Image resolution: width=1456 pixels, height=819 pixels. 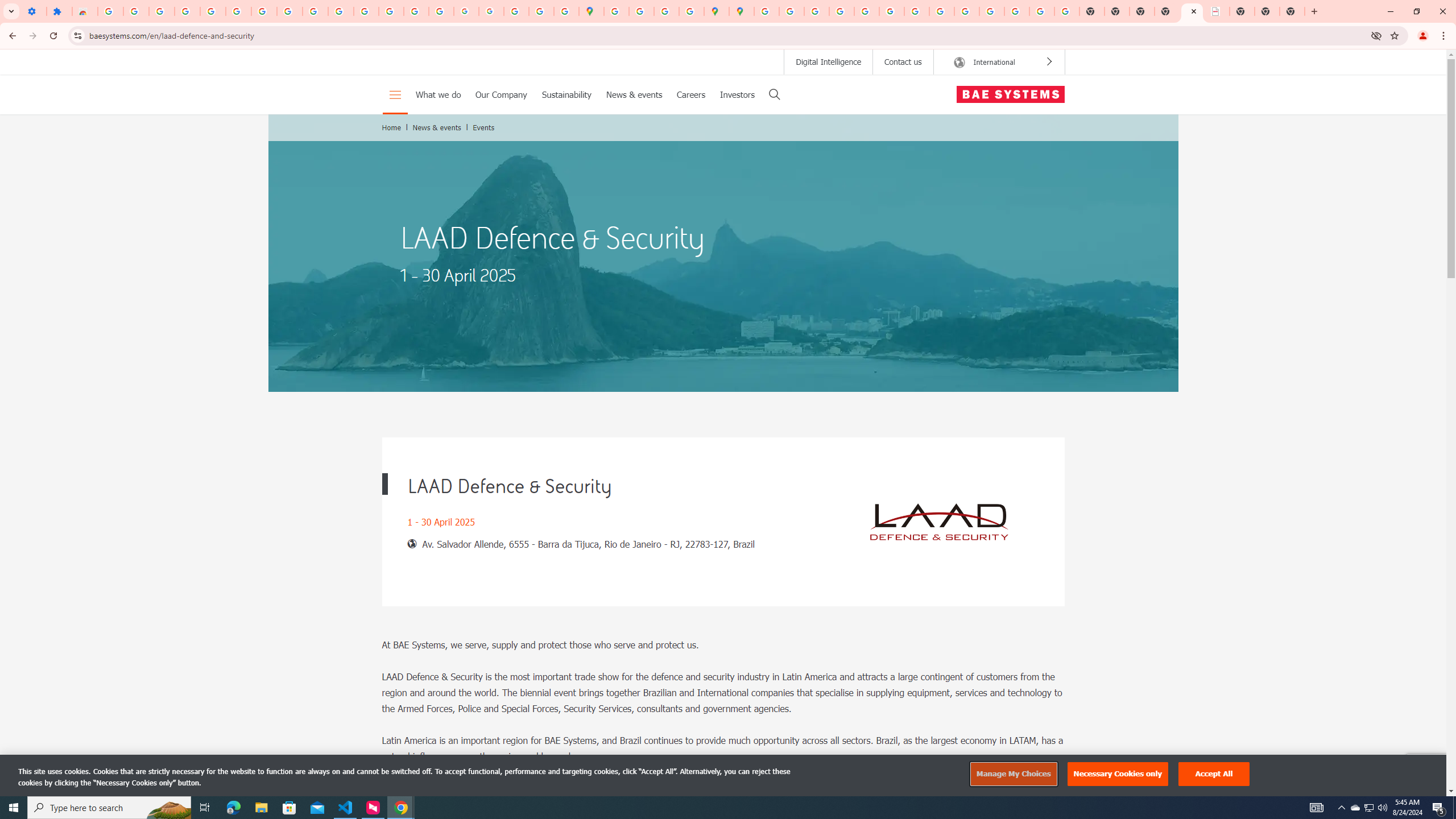 I want to click on 'YouTube', so click(x=916, y=11).